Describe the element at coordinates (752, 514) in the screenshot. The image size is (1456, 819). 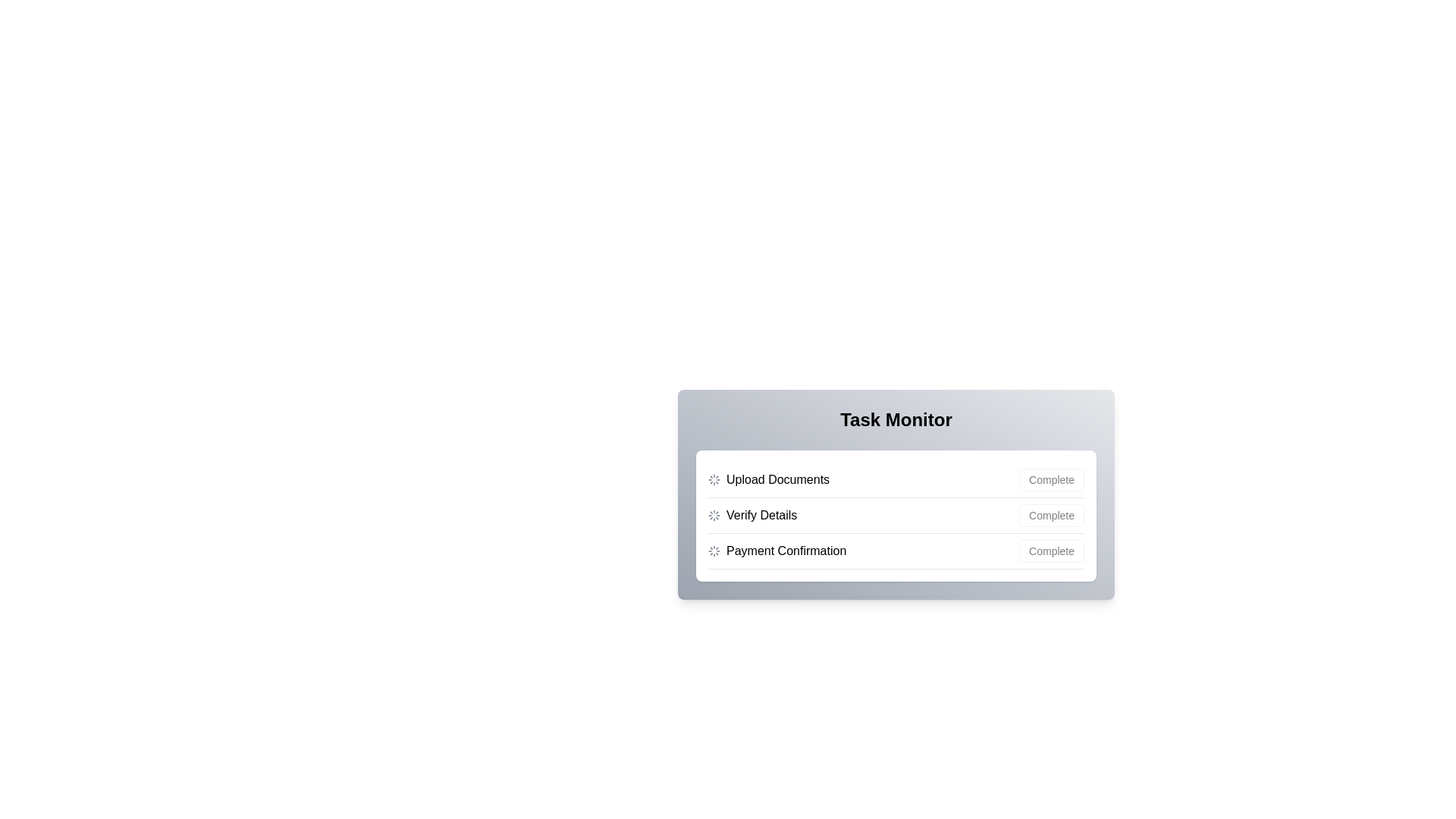
I see `the spinner icon in the 'Verify Details' list item located in the 'Task Monitor' interface, which is the second item in a vertical list under 'Upload Documents'` at that location.